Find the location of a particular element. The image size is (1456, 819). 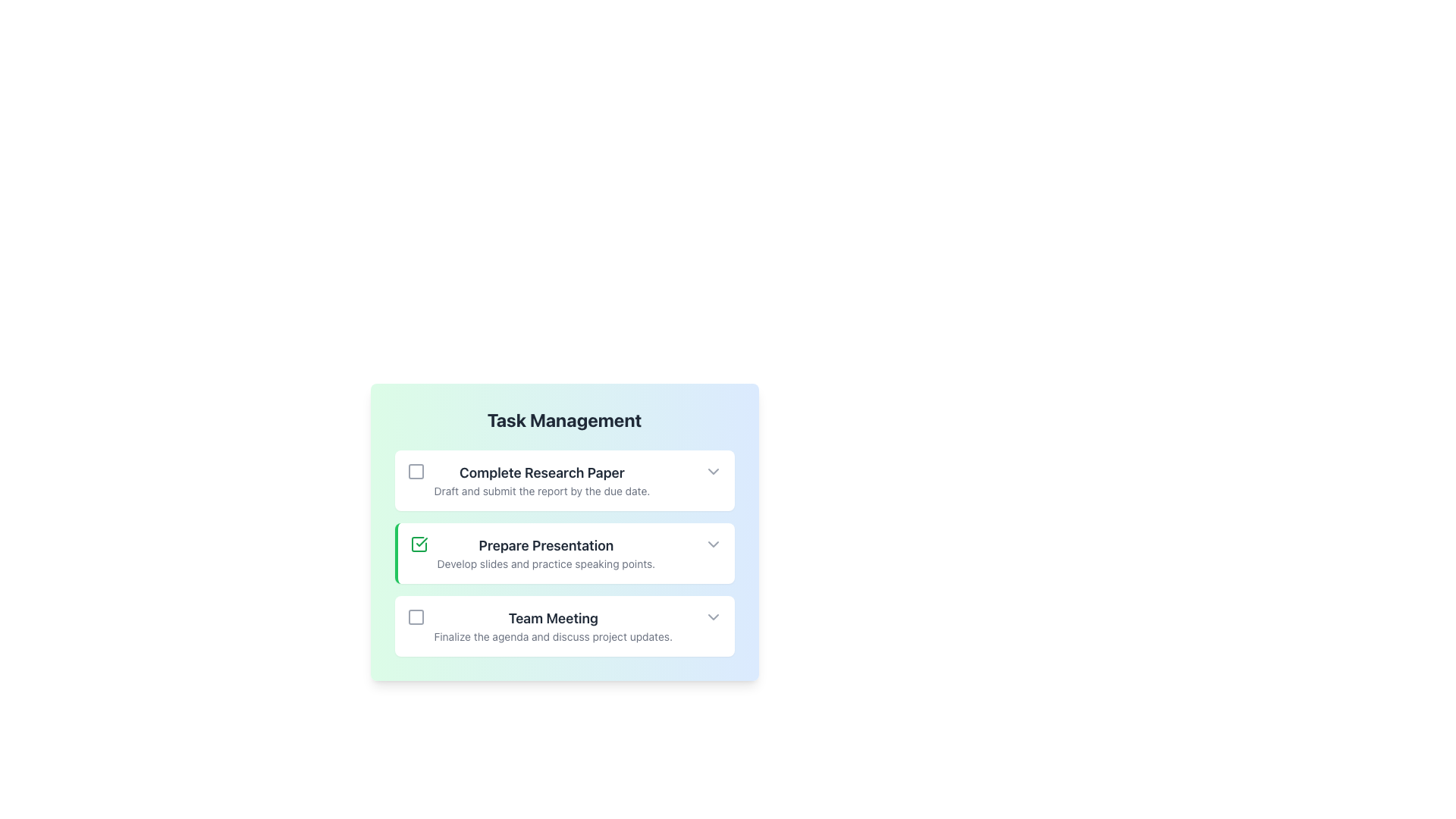

on the task item 'Prepare Presentation' in the task management application is located at coordinates (546, 553).